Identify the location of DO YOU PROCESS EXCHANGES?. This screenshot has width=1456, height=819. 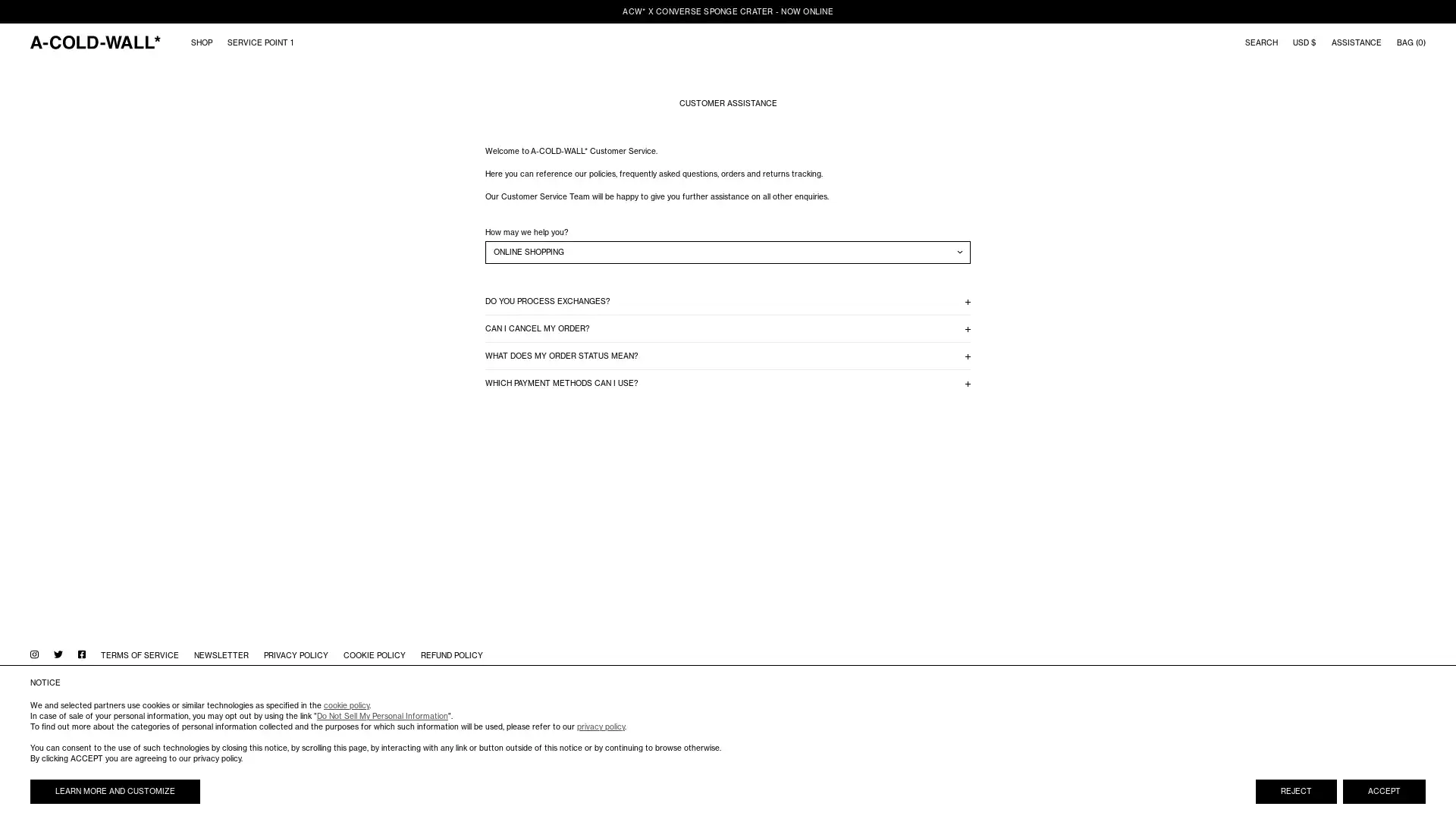
(728, 301).